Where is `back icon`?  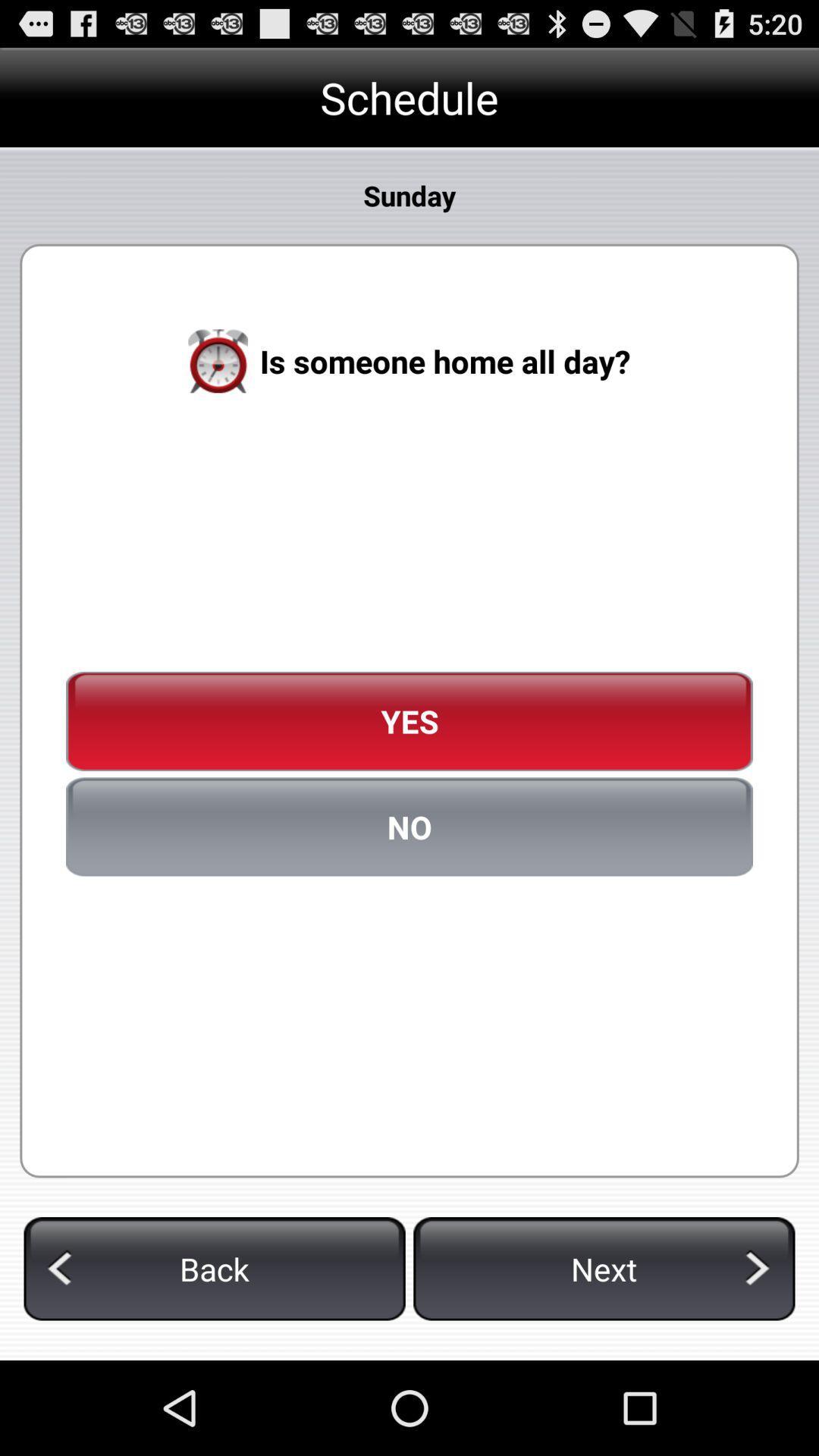 back icon is located at coordinates (215, 1269).